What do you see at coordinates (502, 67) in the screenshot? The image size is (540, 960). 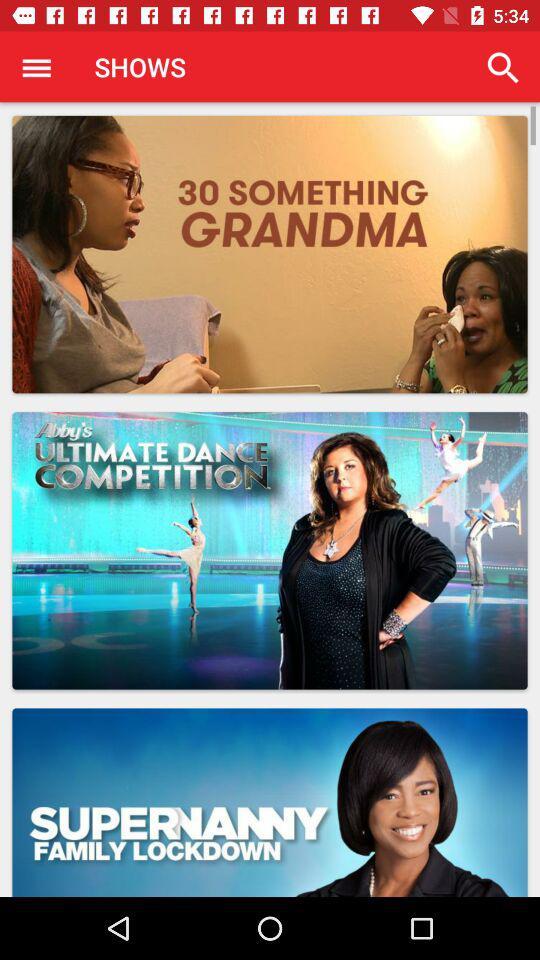 I see `the icon next to shows app` at bounding box center [502, 67].